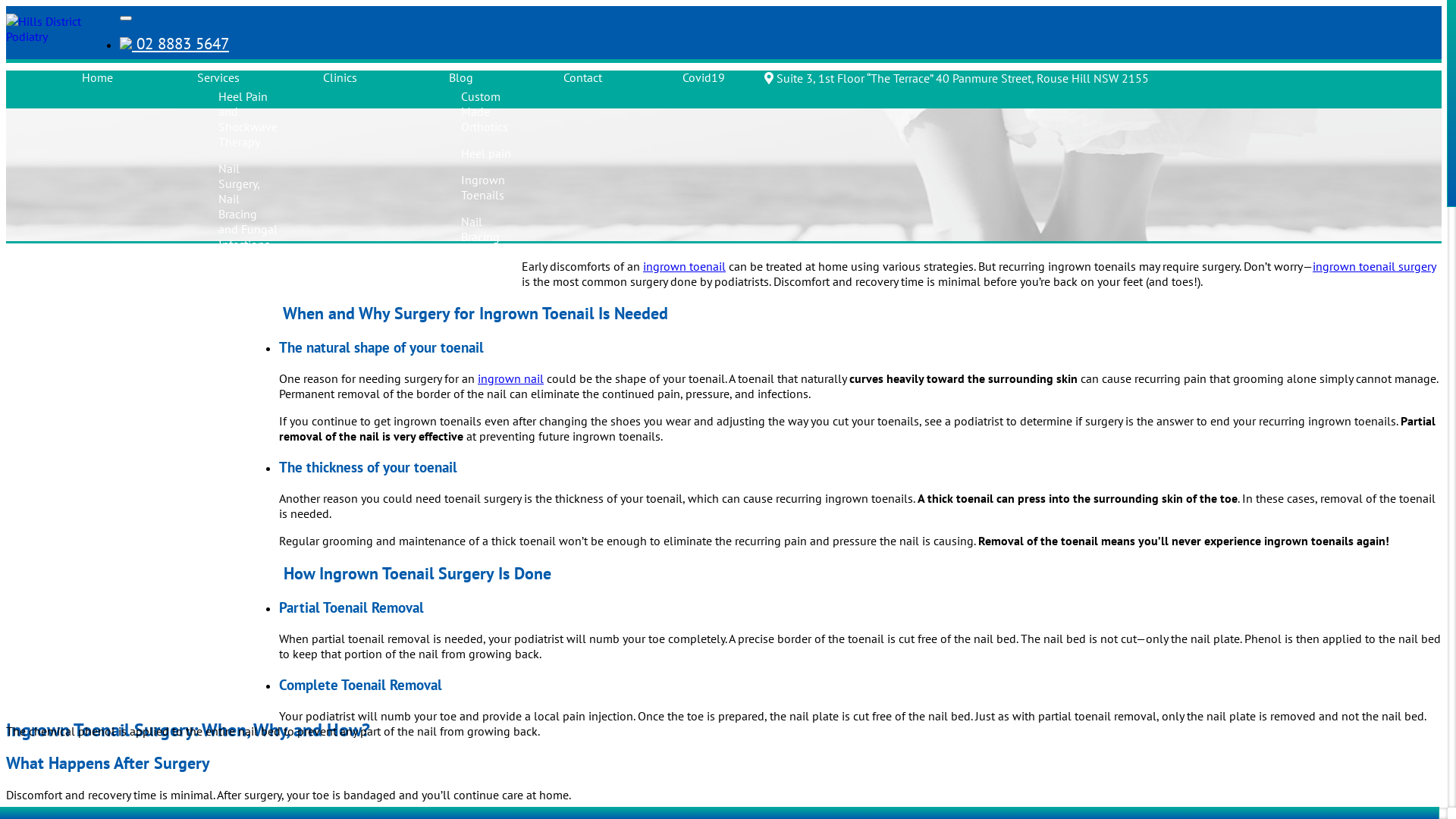  What do you see at coordinates (243, 558) in the screenshot?
I see `'Podiatrist Home Visits'` at bounding box center [243, 558].